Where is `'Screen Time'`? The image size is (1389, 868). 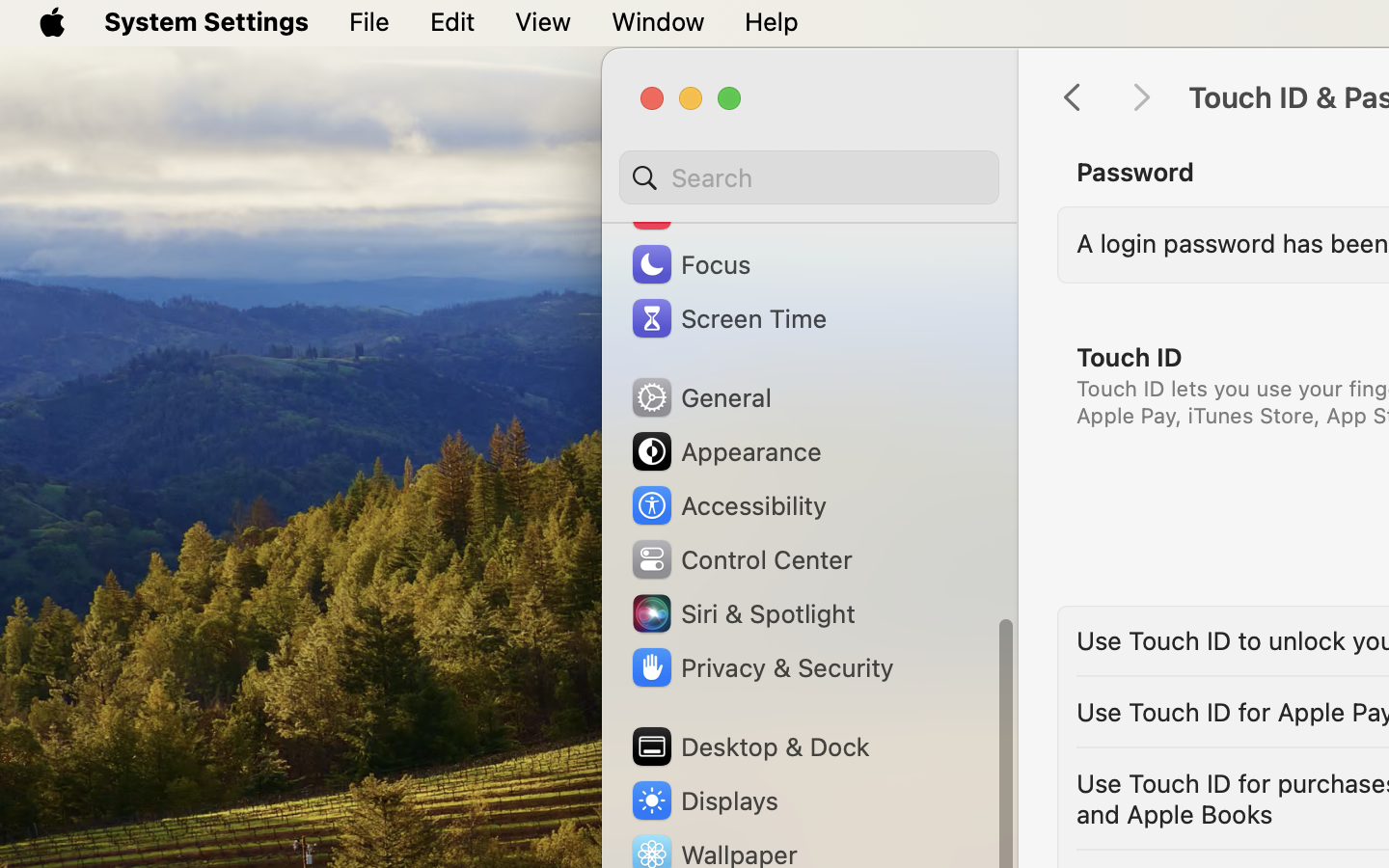
'Screen Time' is located at coordinates (726, 317).